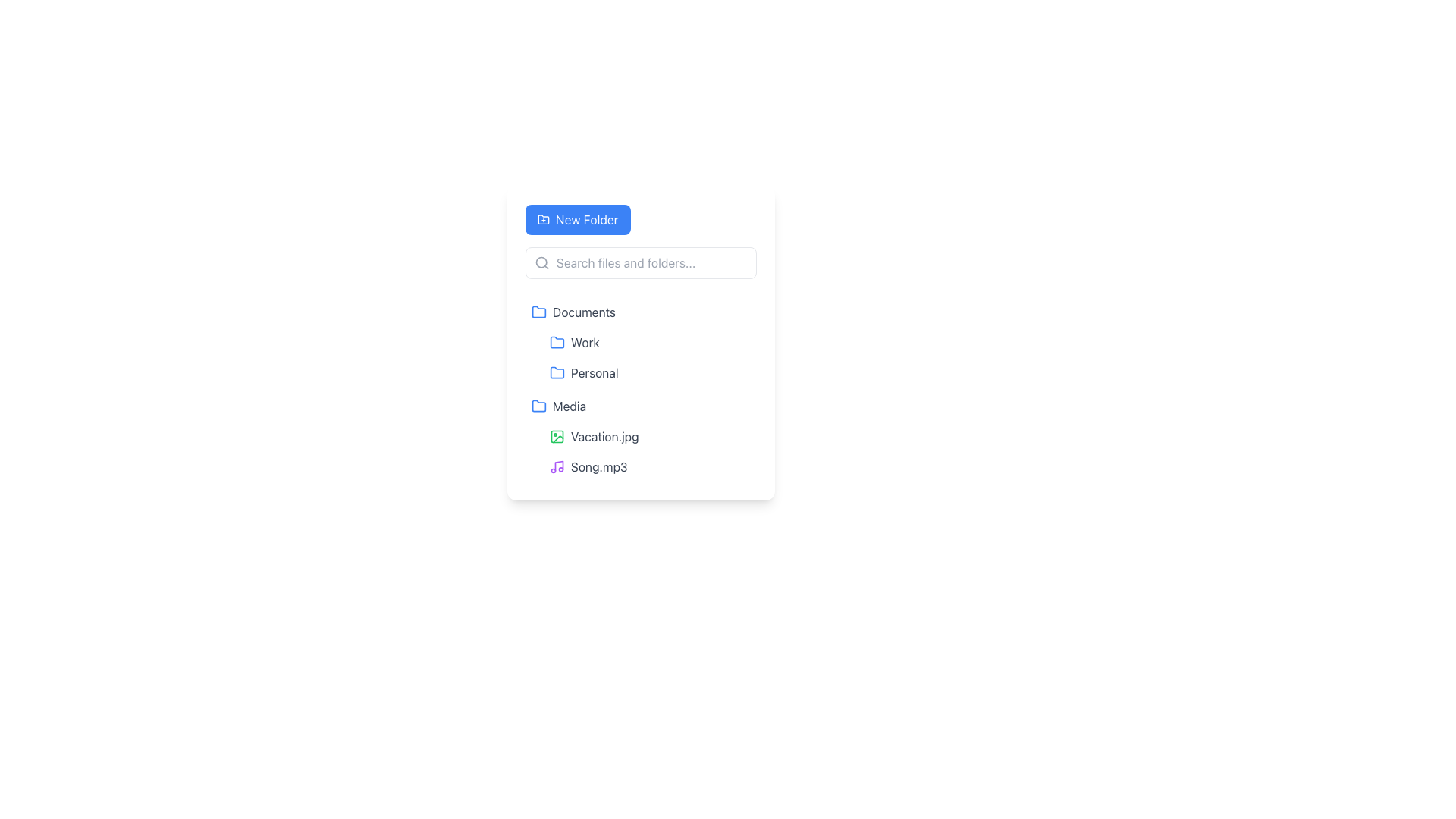 The width and height of the screenshot is (1456, 819). I want to click on the search icon, which is a circular magnifying glass with a handle, positioned within the search input field labeled 'Search files and folders...', located at the center left of the input field, so click(542, 262).